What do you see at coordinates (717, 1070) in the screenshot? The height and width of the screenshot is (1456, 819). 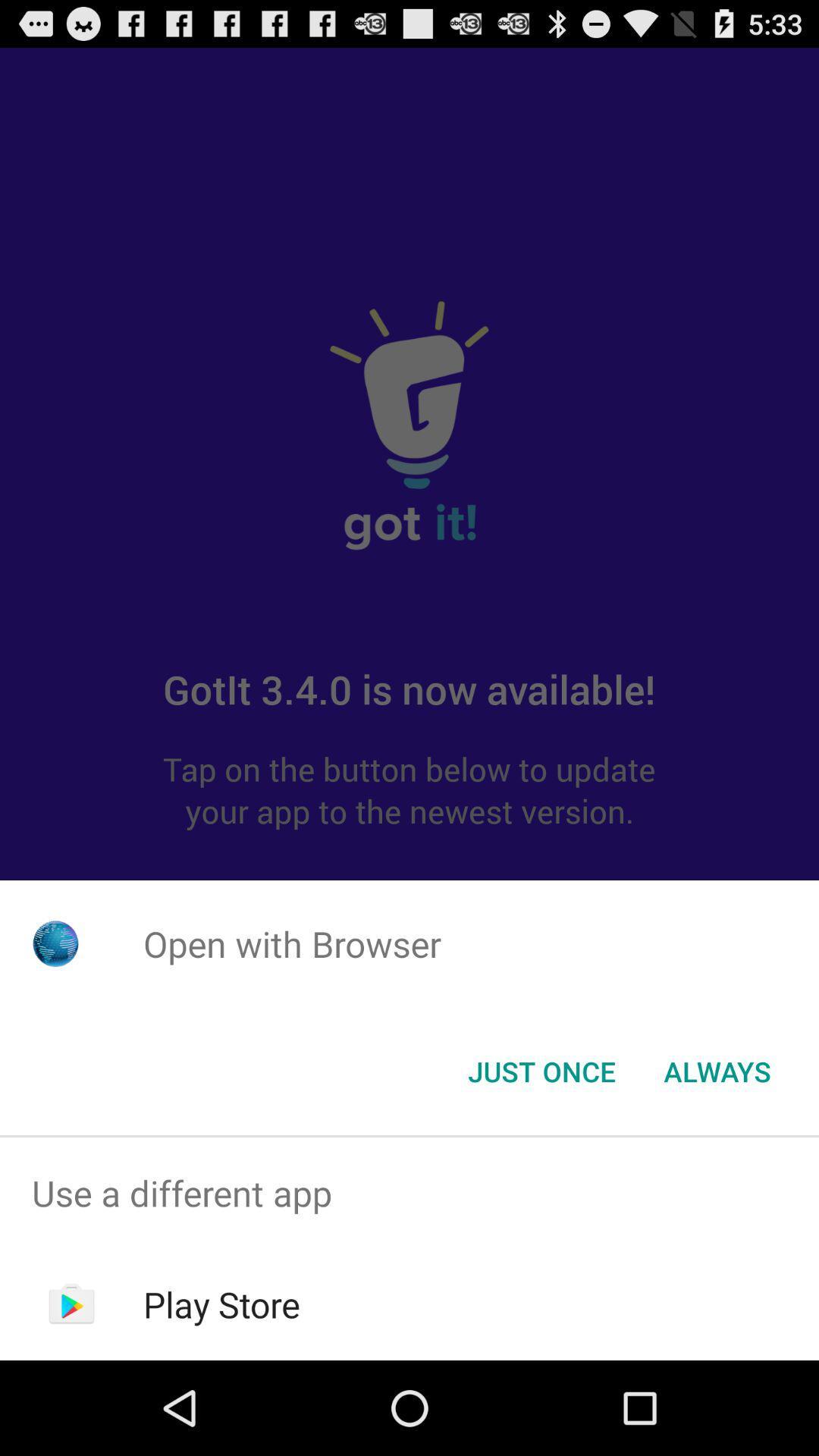 I see `app below open with browser app` at bounding box center [717, 1070].